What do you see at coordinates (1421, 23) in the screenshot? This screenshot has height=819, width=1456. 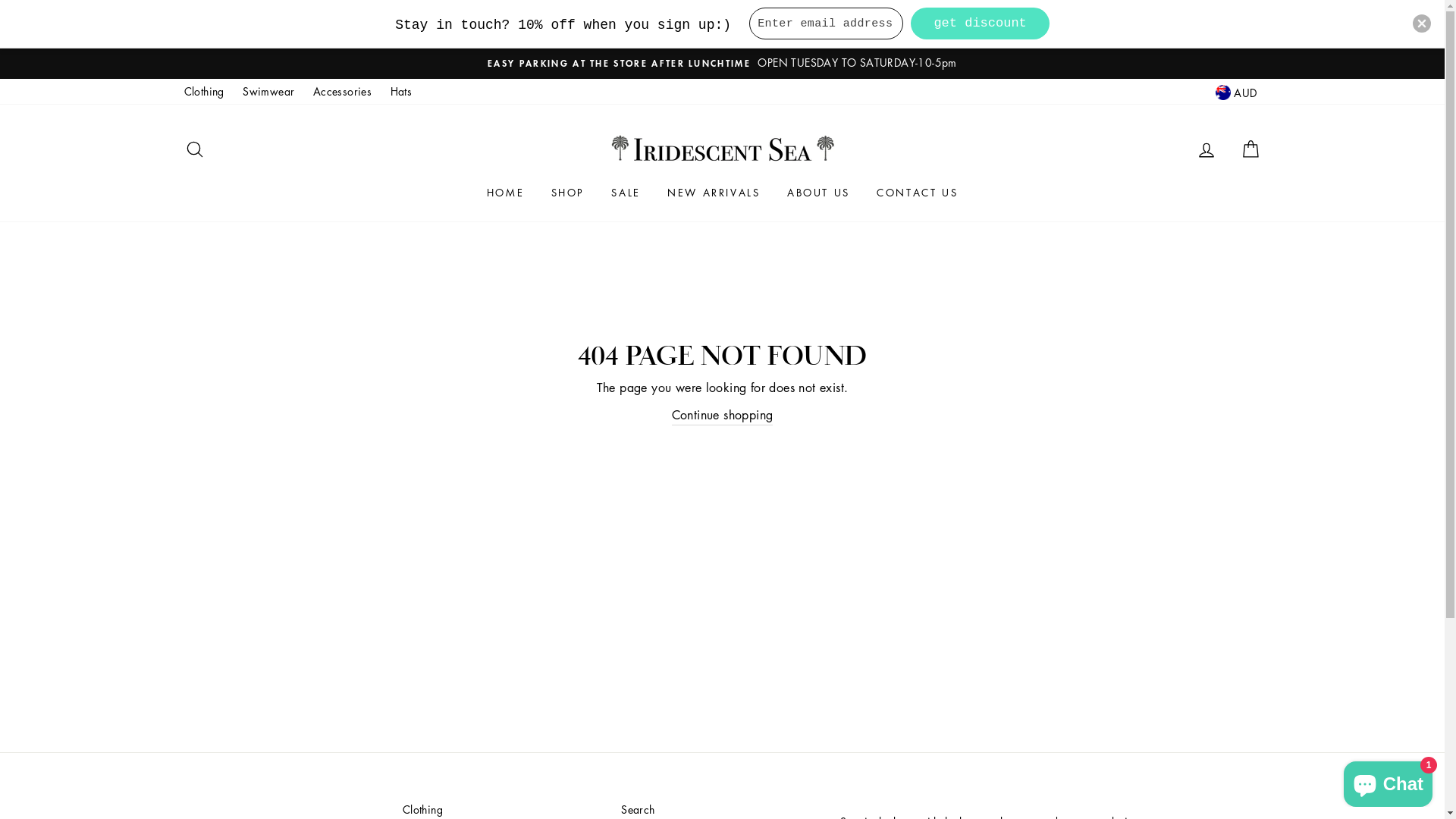 I see `'Close'` at bounding box center [1421, 23].